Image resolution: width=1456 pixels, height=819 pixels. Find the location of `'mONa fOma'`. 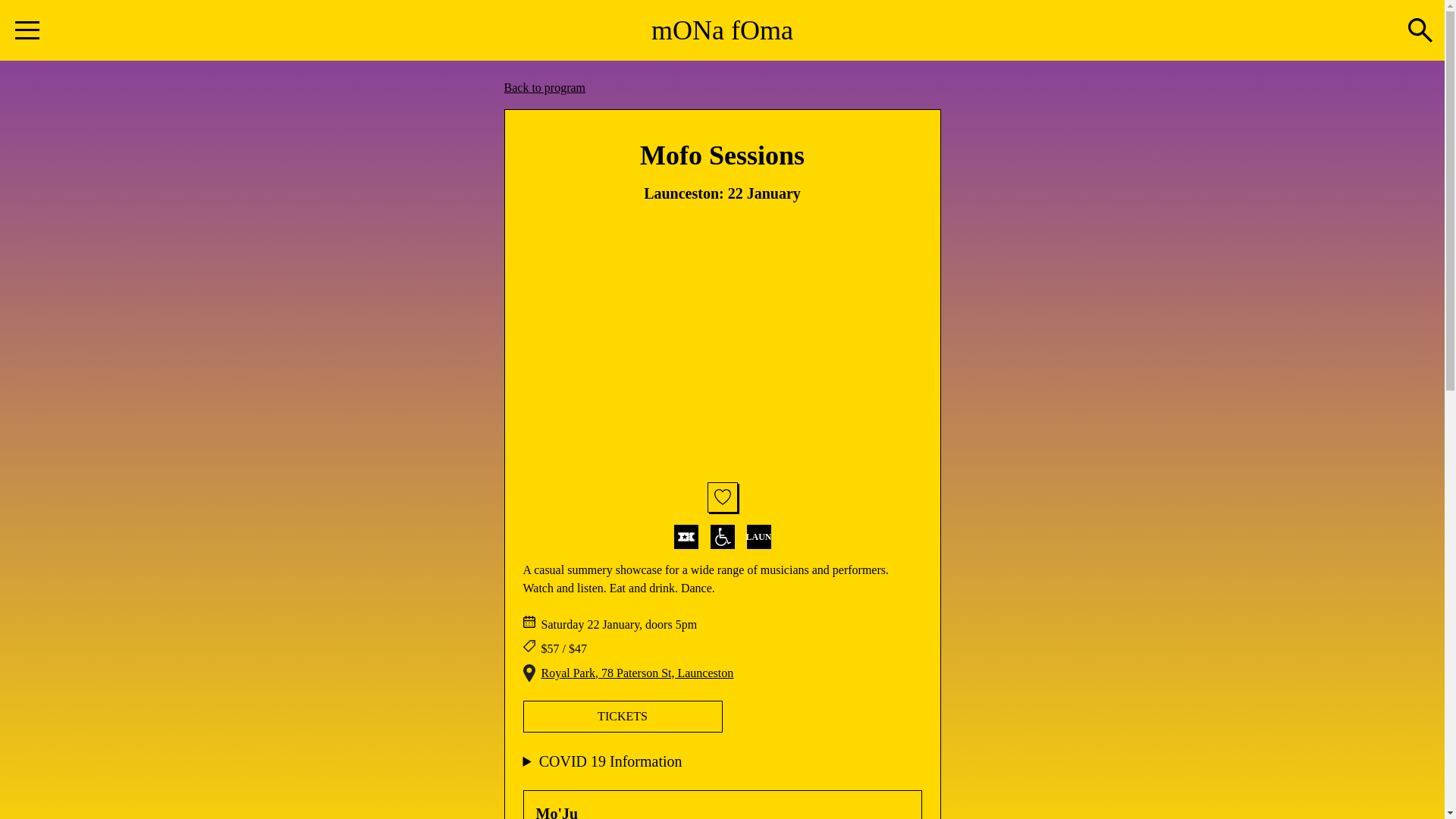

'mONa fOma' is located at coordinates (720, 30).